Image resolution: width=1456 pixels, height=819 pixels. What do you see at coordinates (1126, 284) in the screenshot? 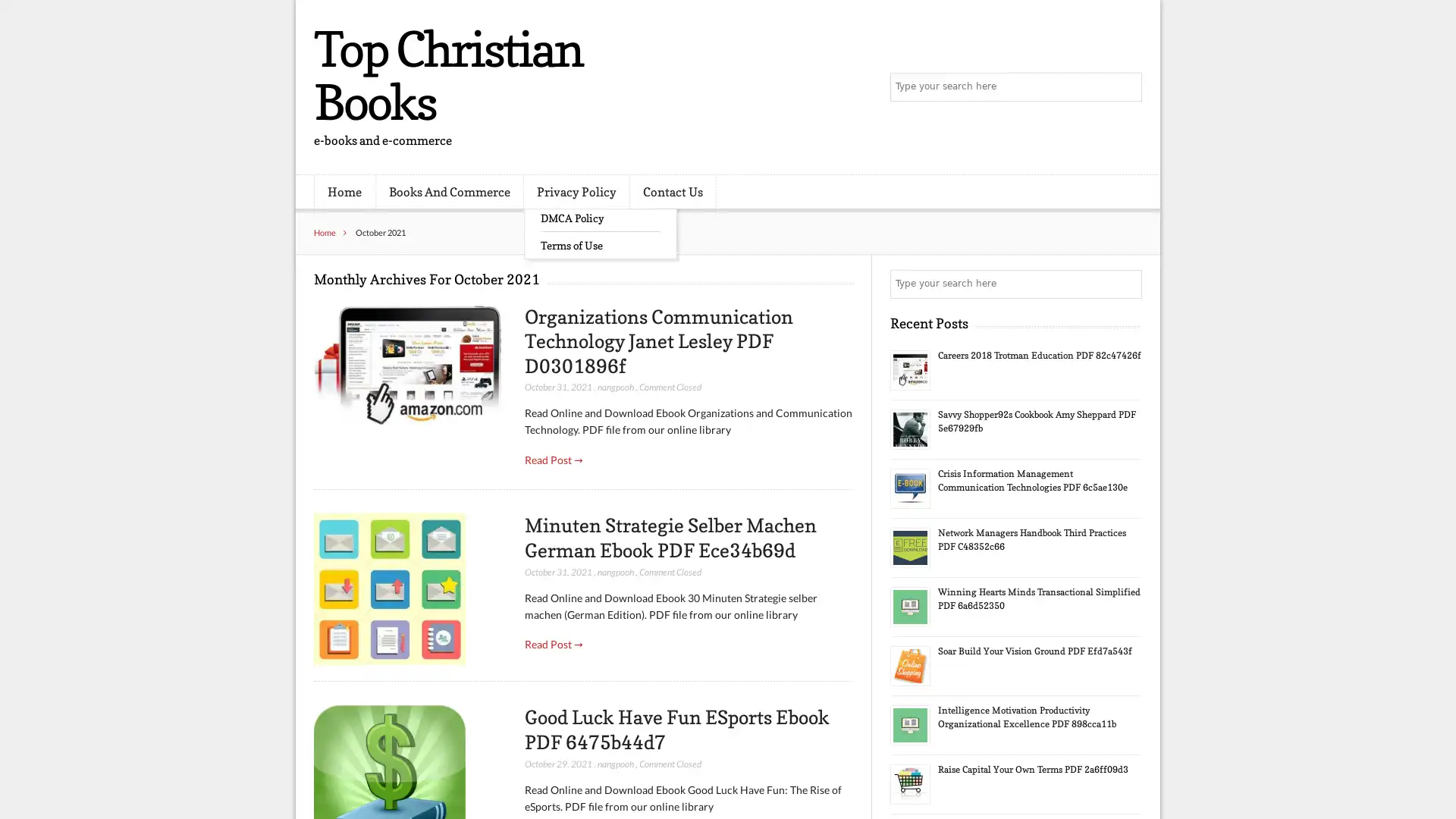
I see `Search` at bounding box center [1126, 284].